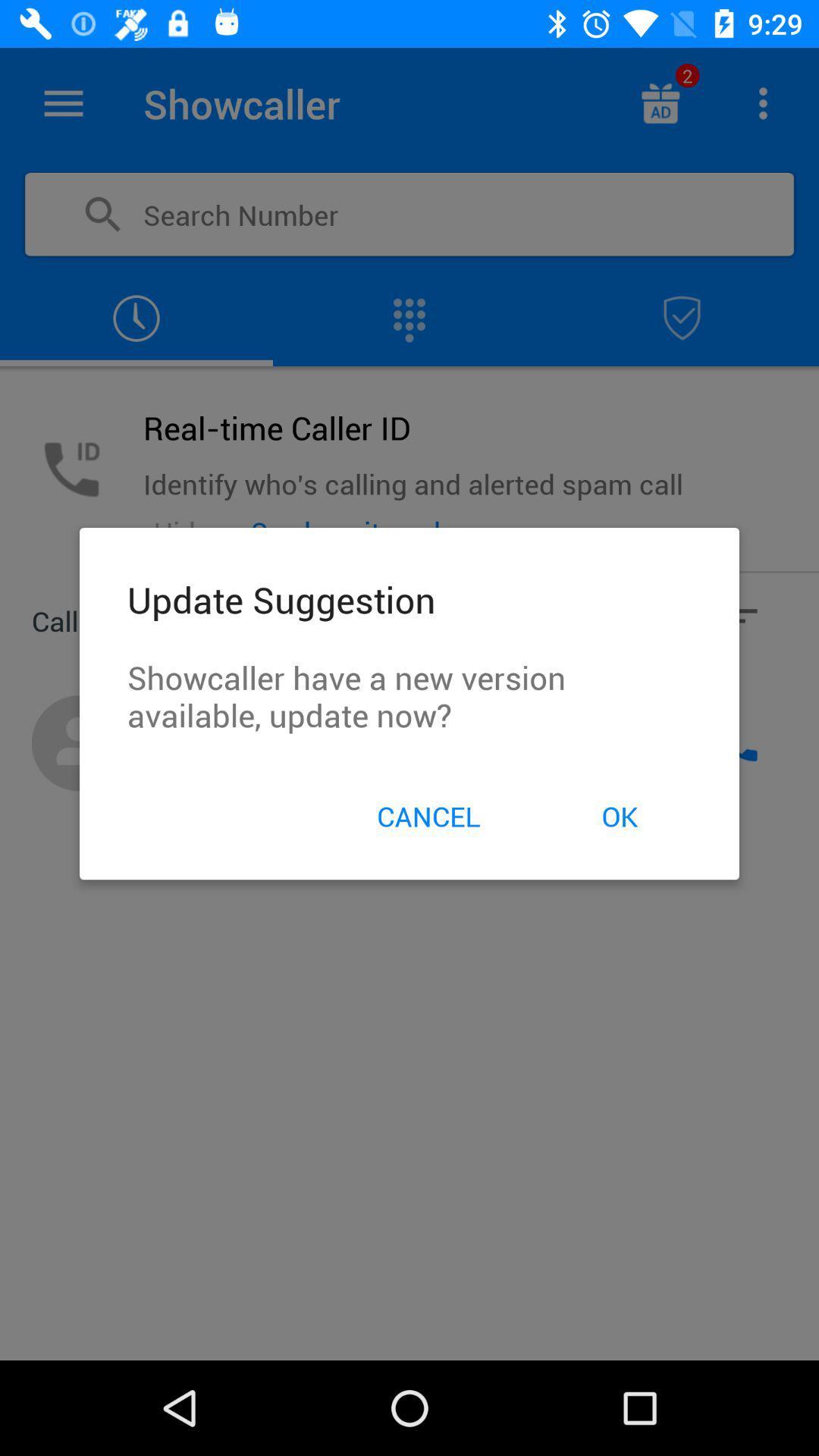 The image size is (819, 1456). Describe the element at coordinates (428, 815) in the screenshot. I see `the cancel icon` at that location.